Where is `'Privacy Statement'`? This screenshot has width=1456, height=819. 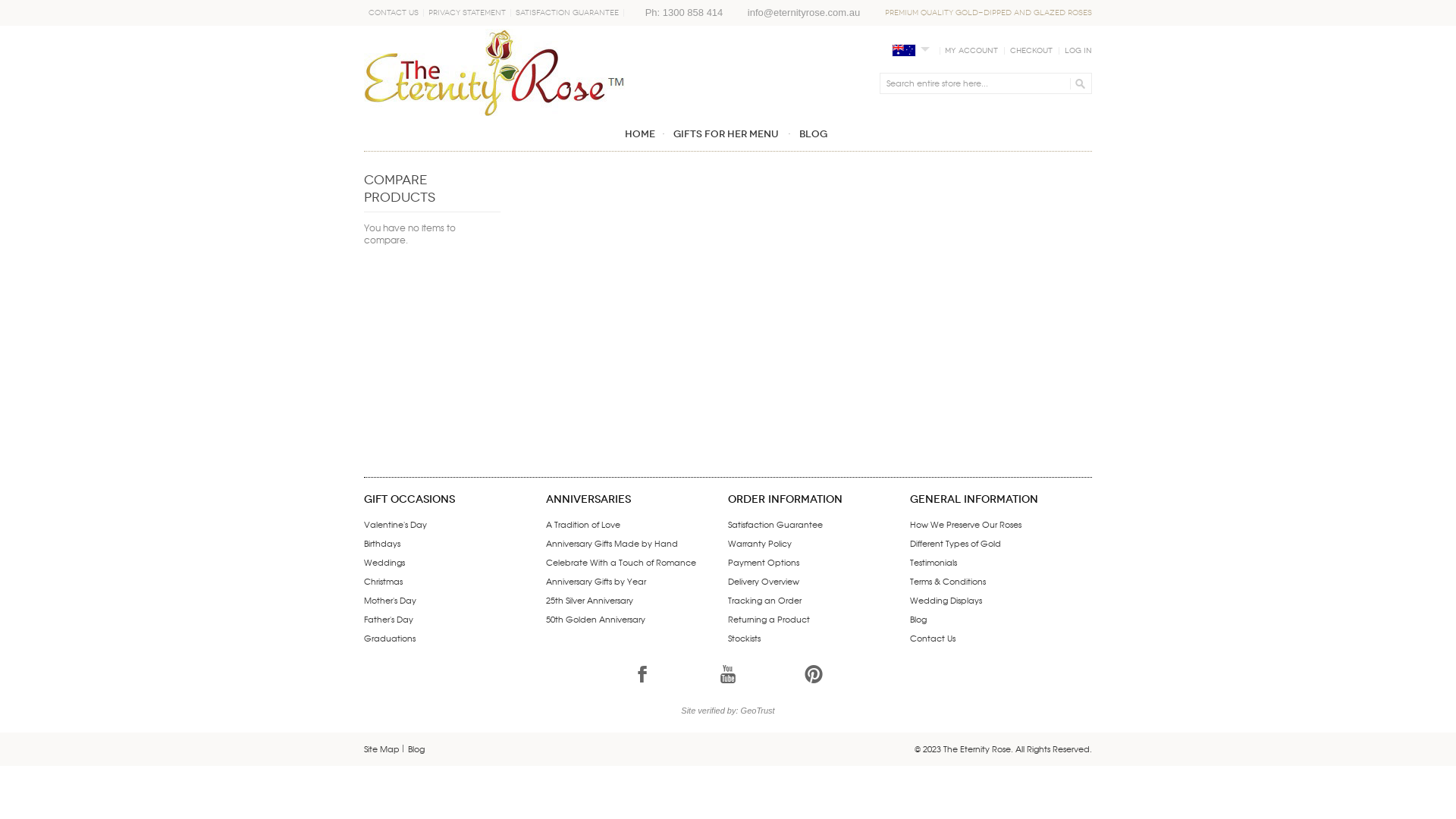
'Privacy Statement' is located at coordinates (466, 12).